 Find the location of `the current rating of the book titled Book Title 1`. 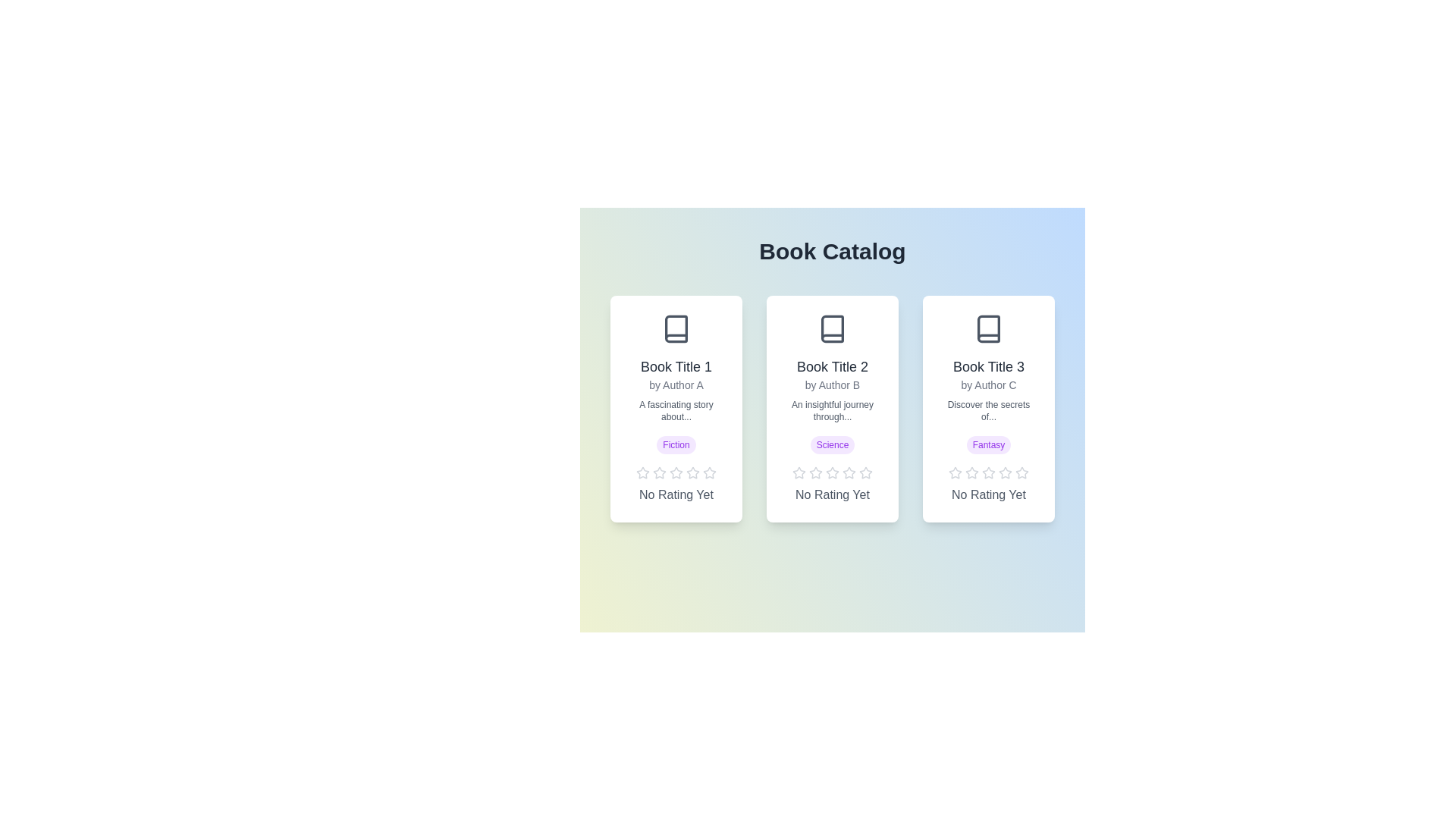

the current rating of the book titled Book Title 1 is located at coordinates (676, 494).